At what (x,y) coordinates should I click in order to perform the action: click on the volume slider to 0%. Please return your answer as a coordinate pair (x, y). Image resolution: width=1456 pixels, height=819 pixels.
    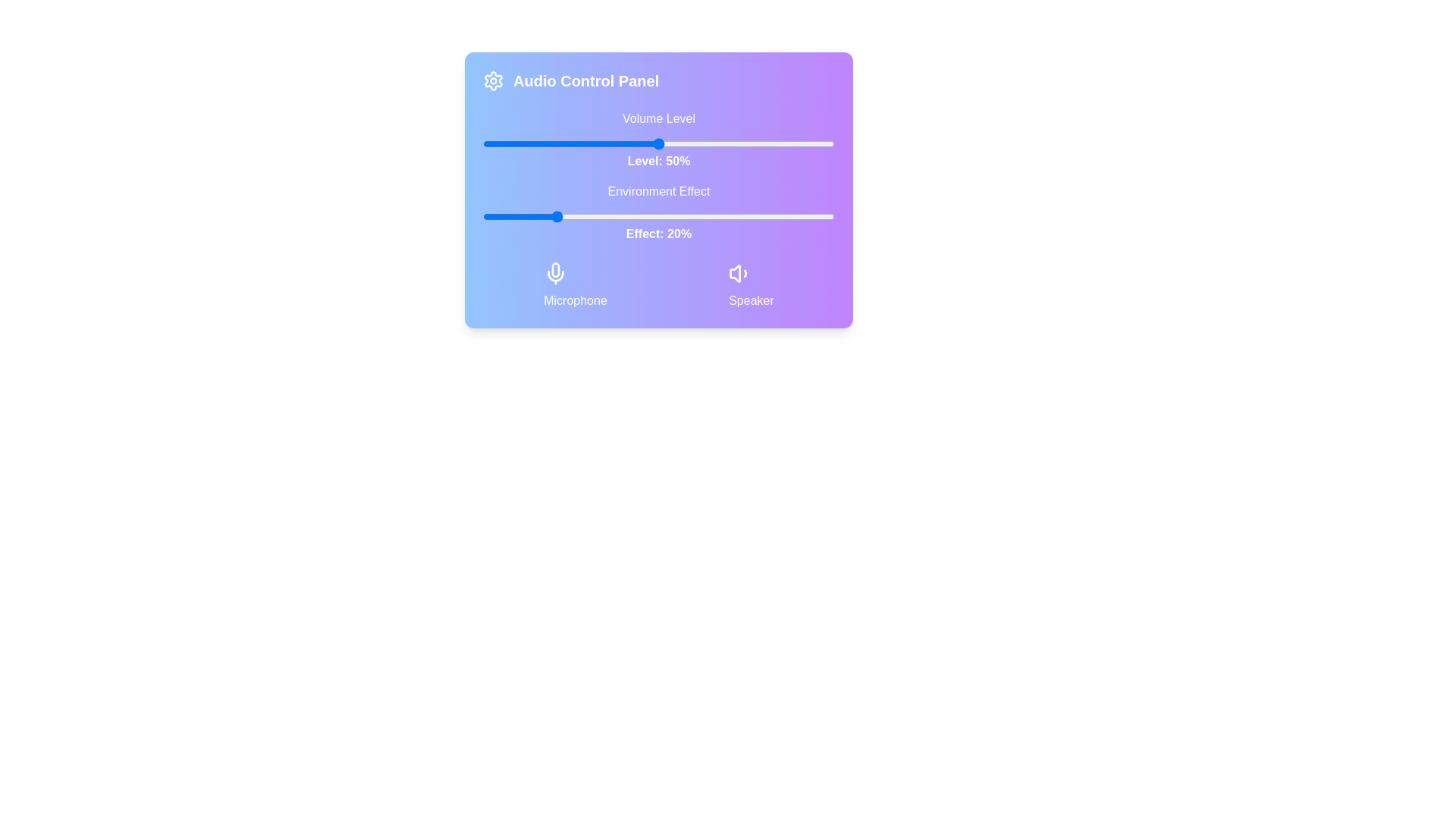
    Looking at the image, I should click on (482, 143).